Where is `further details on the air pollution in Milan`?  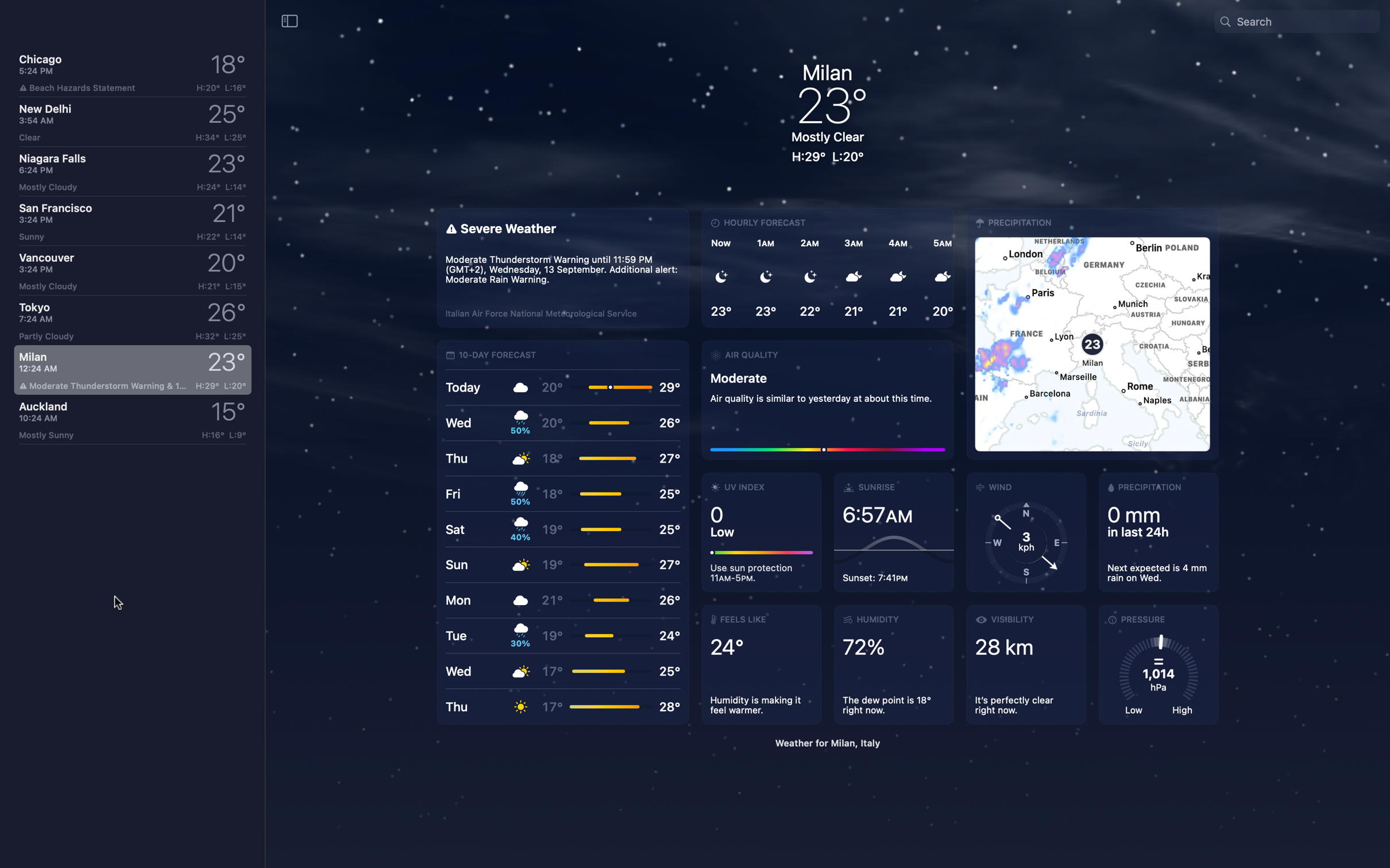
further details on the air pollution in Milan is located at coordinates (827, 398).